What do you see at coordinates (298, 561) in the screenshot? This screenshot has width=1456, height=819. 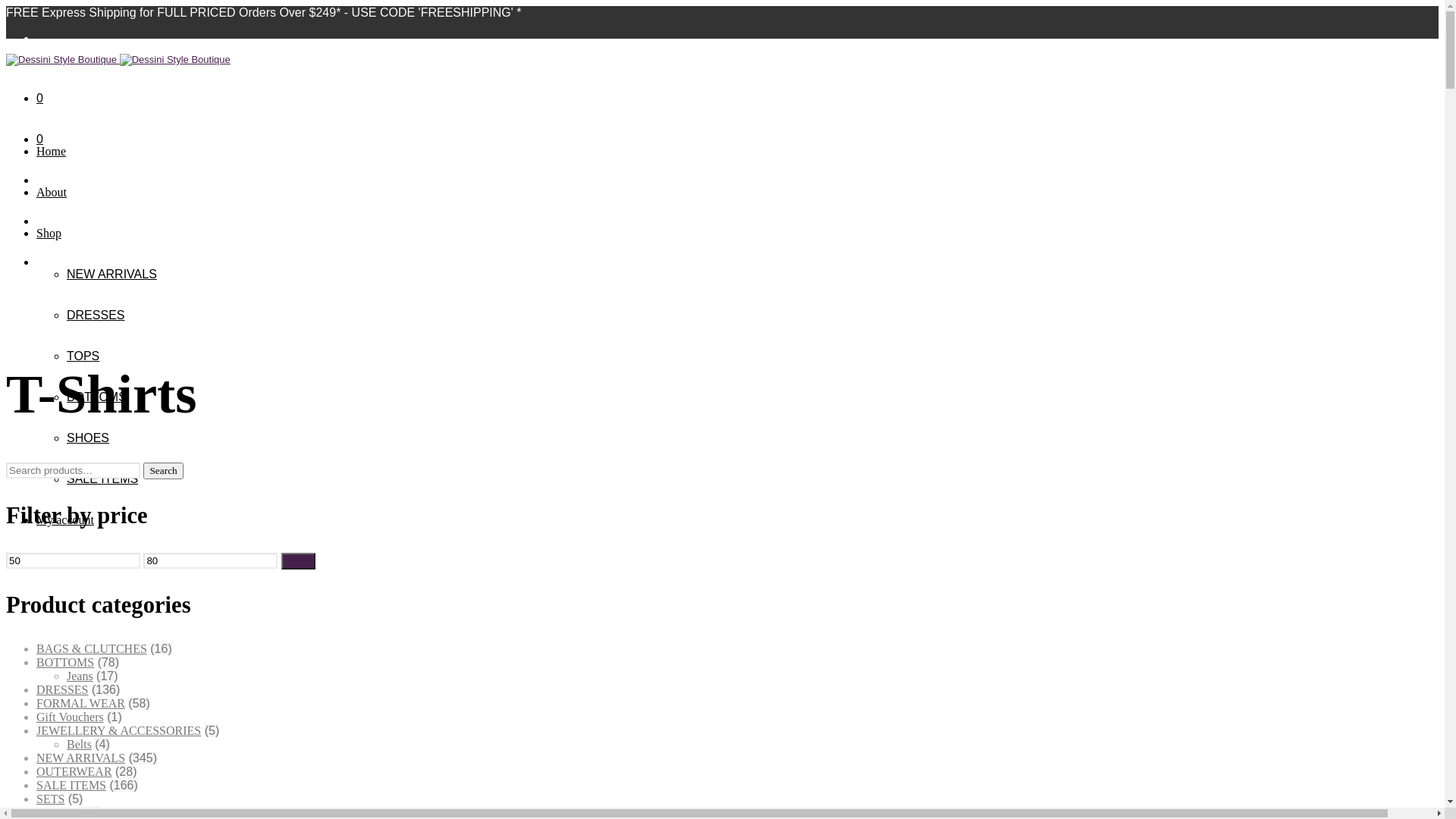 I see `'Filter'` at bounding box center [298, 561].